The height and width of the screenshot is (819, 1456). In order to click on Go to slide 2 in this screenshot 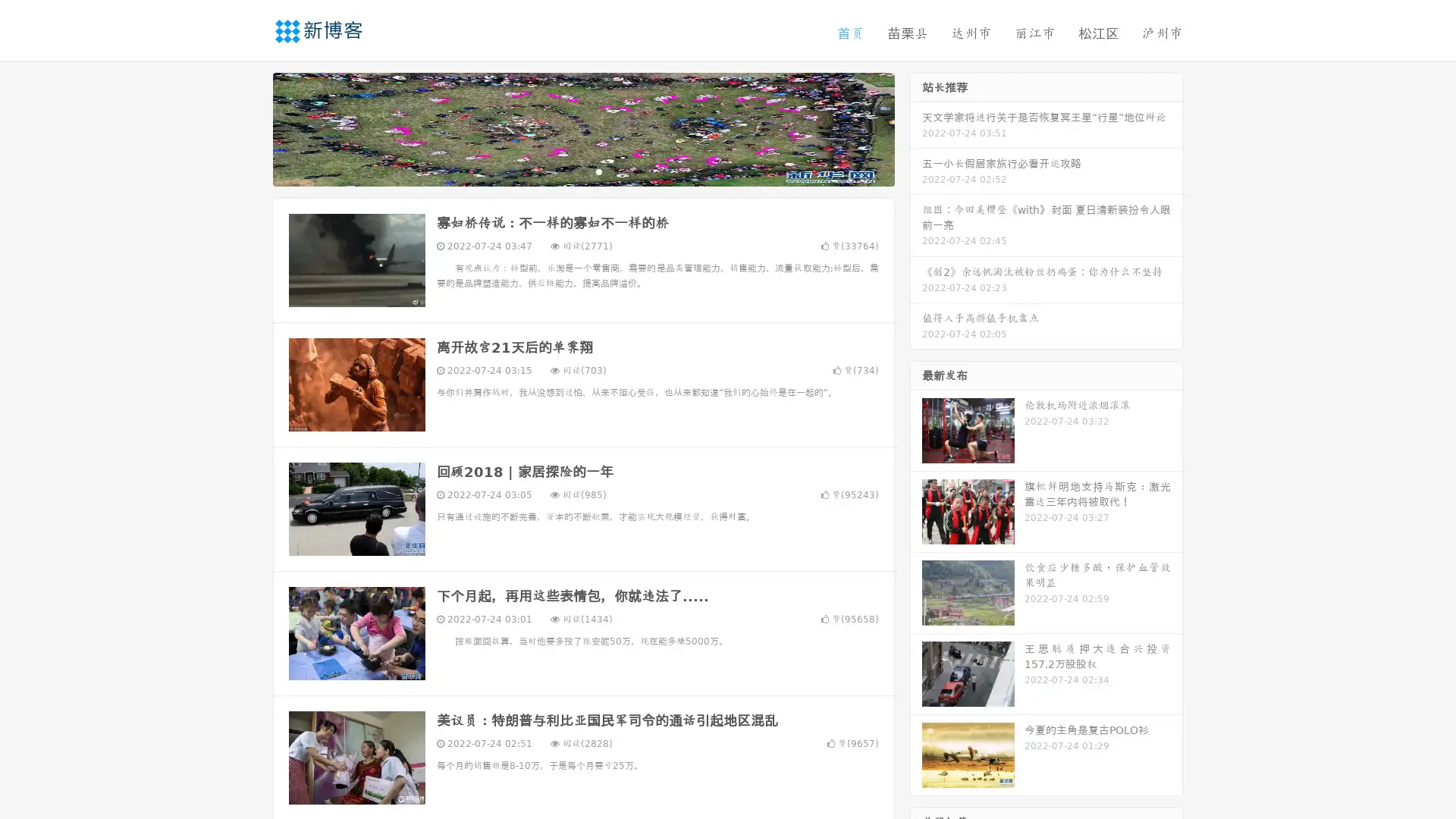, I will do `click(582, 171)`.